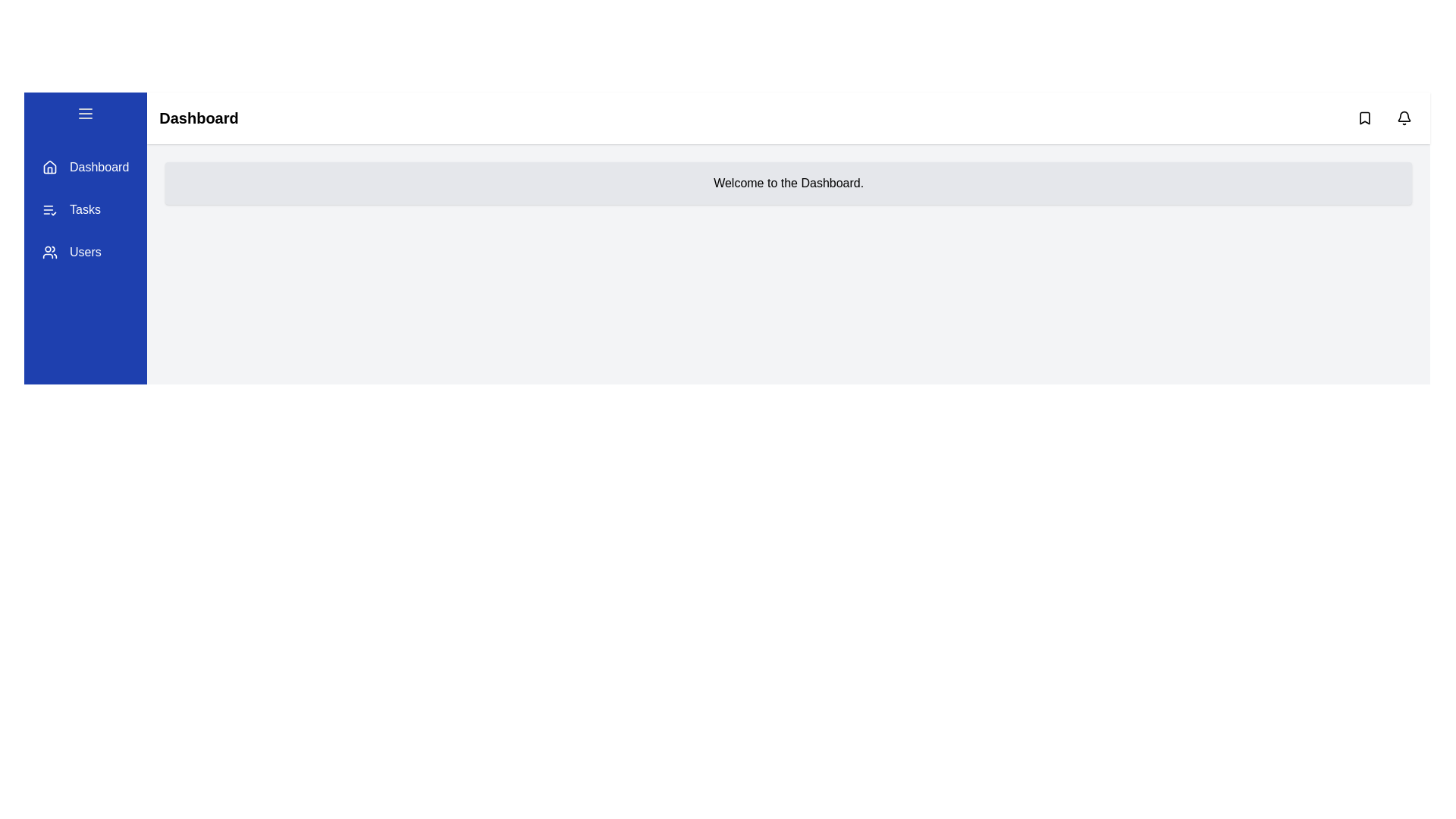 The height and width of the screenshot is (819, 1456). What do you see at coordinates (71, 210) in the screenshot?
I see `the second button in the vertical list on the left side navigation menu` at bounding box center [71, 210].